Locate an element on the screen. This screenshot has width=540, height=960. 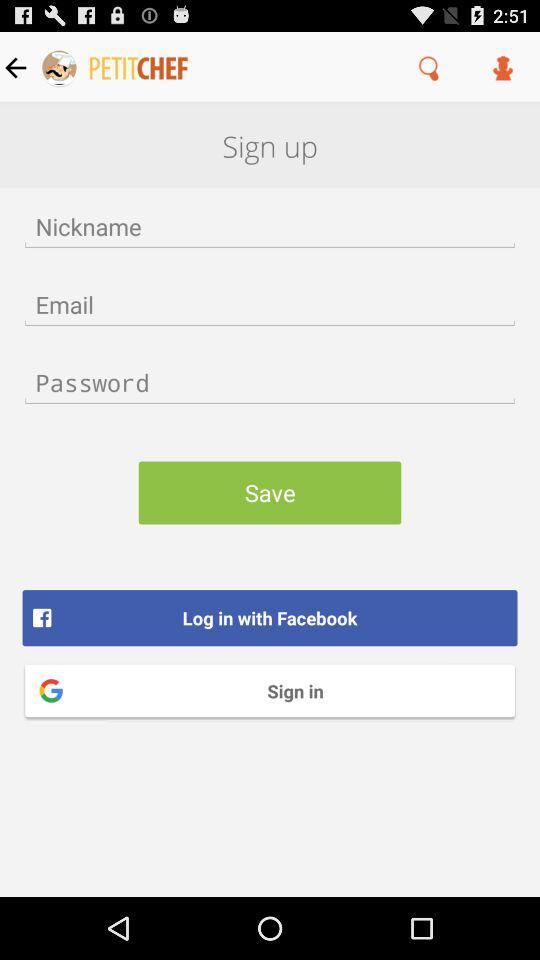
the item above the sign in icon is located at coordinates (270, 617).